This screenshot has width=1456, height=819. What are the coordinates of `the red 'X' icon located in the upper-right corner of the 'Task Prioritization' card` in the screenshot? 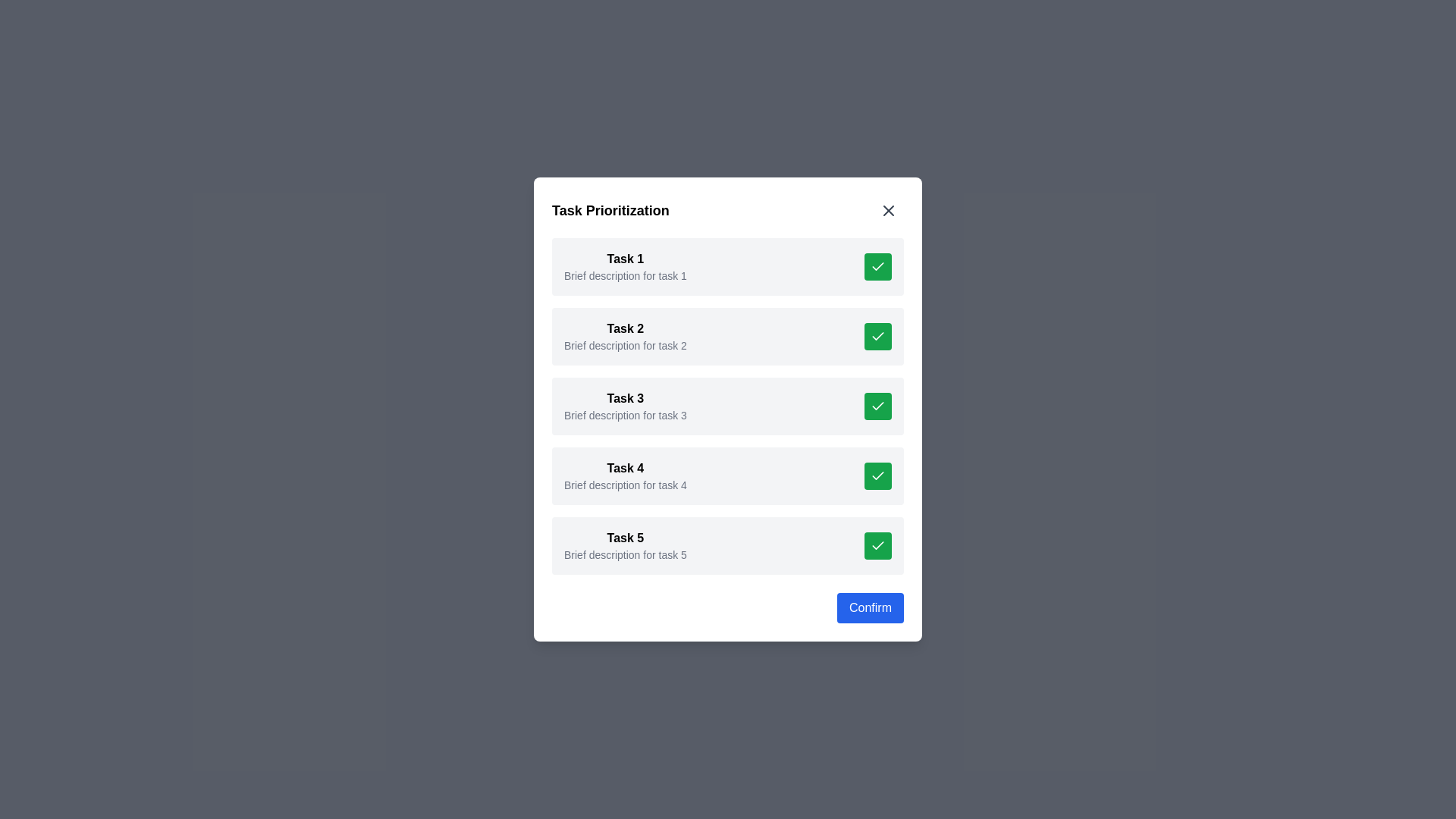 It's located at (888, 210).